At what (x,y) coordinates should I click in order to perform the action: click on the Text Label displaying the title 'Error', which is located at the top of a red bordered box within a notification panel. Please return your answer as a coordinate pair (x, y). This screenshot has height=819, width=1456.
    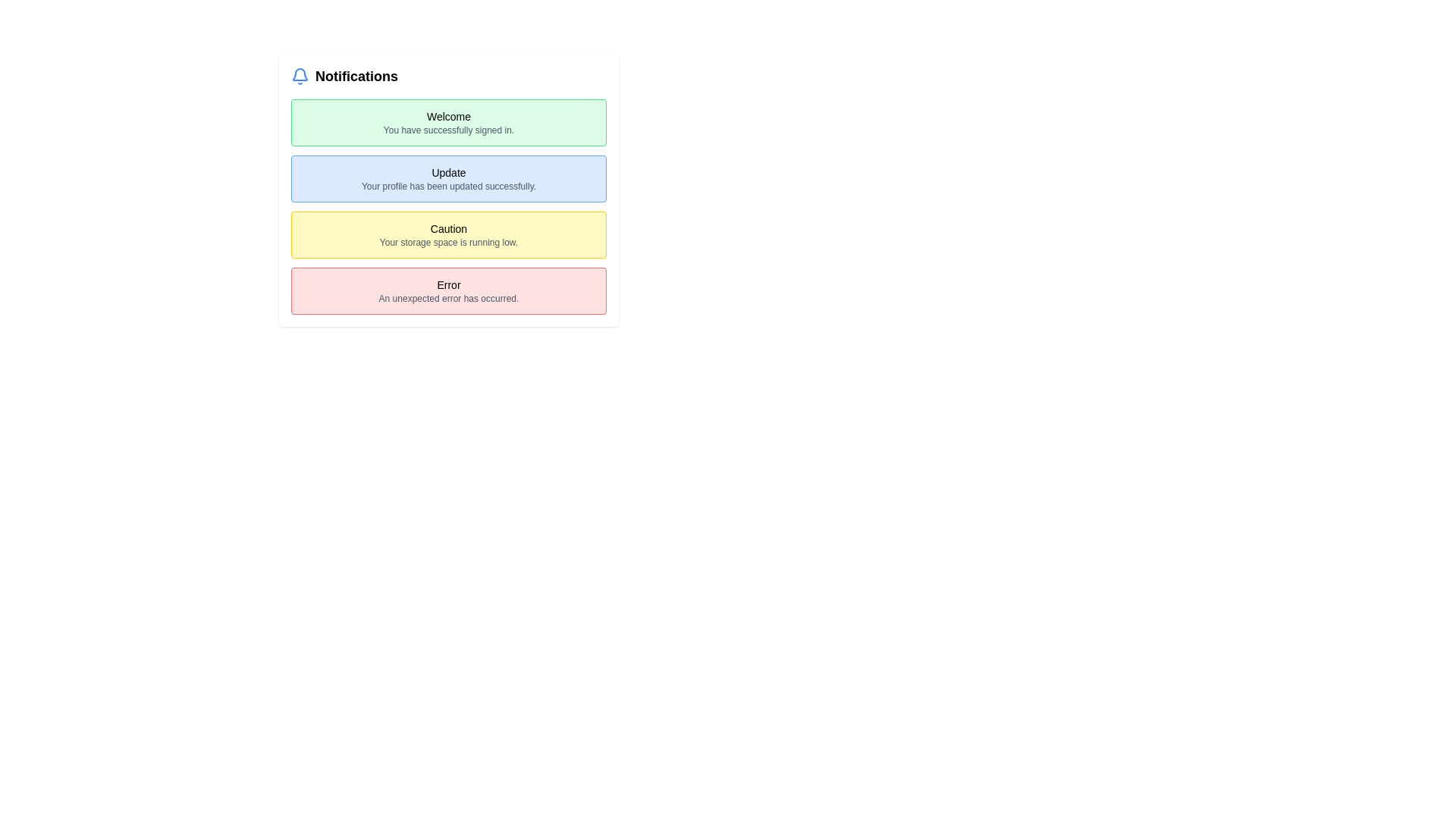
    Looking at the image, I should click on (447, 284).